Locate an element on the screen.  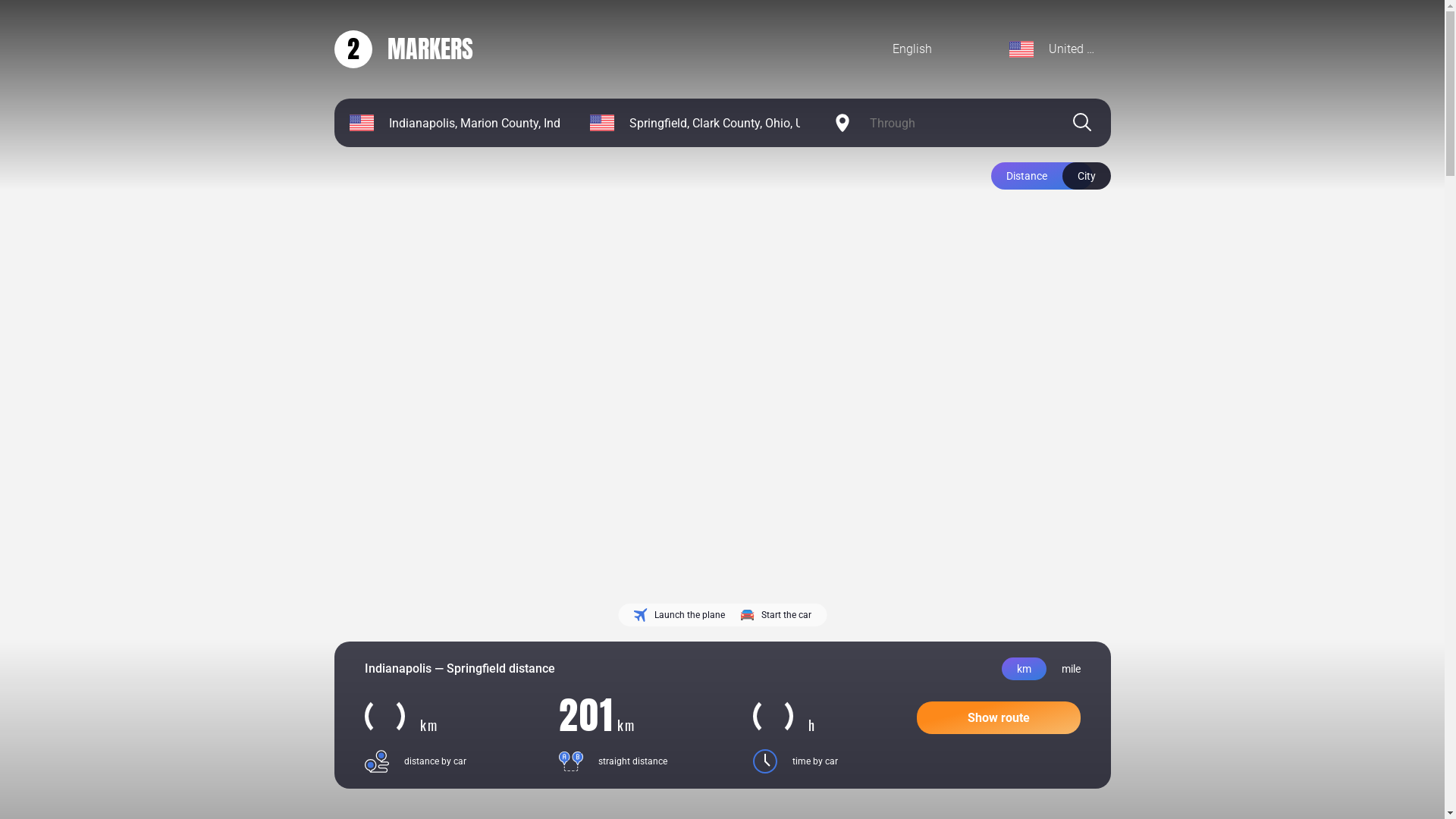
'Start the car' is located at coordinates (775, 614).